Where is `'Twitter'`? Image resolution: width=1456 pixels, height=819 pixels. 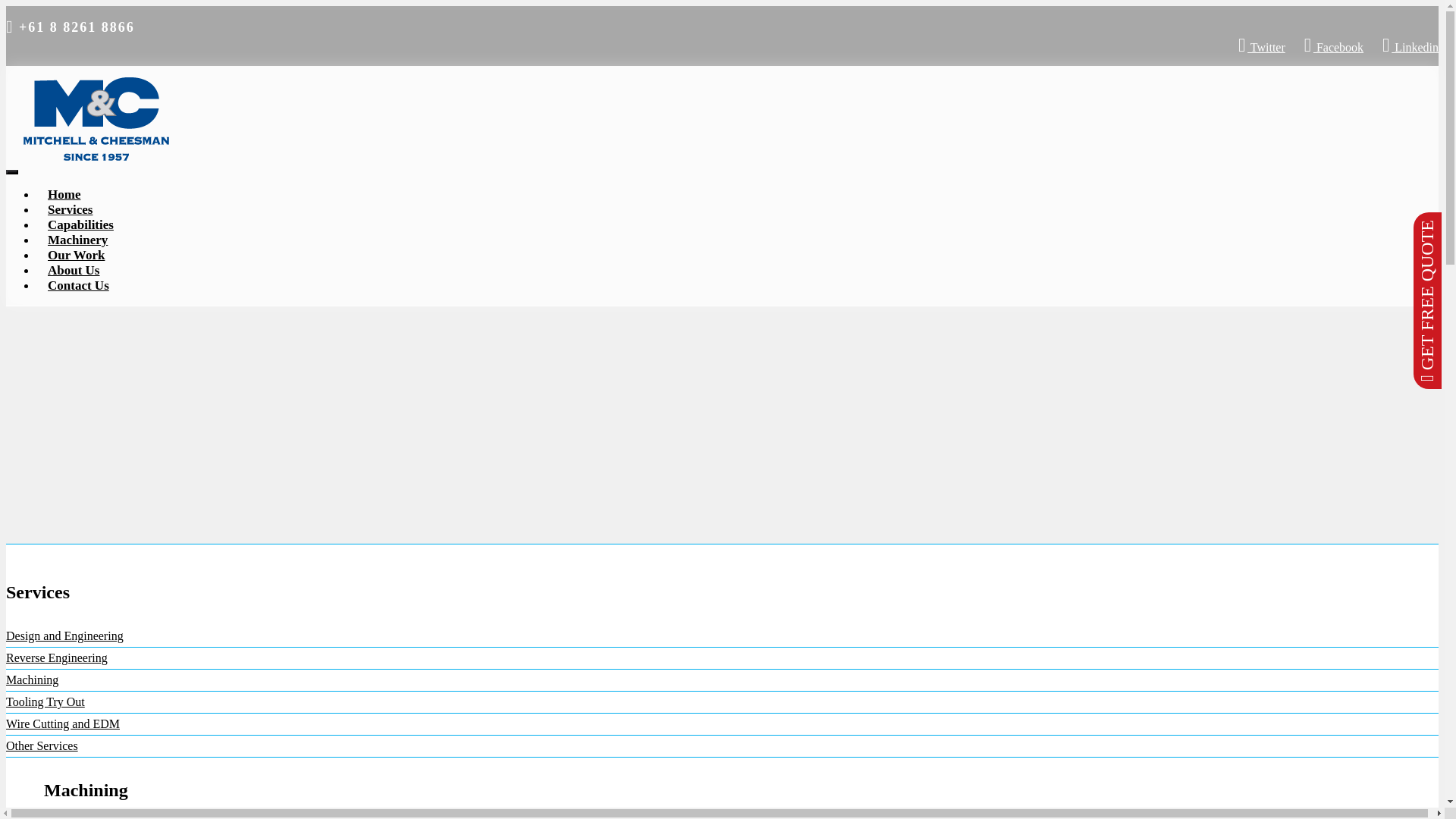
'Twitter' is located at coordinates (1262, 46).